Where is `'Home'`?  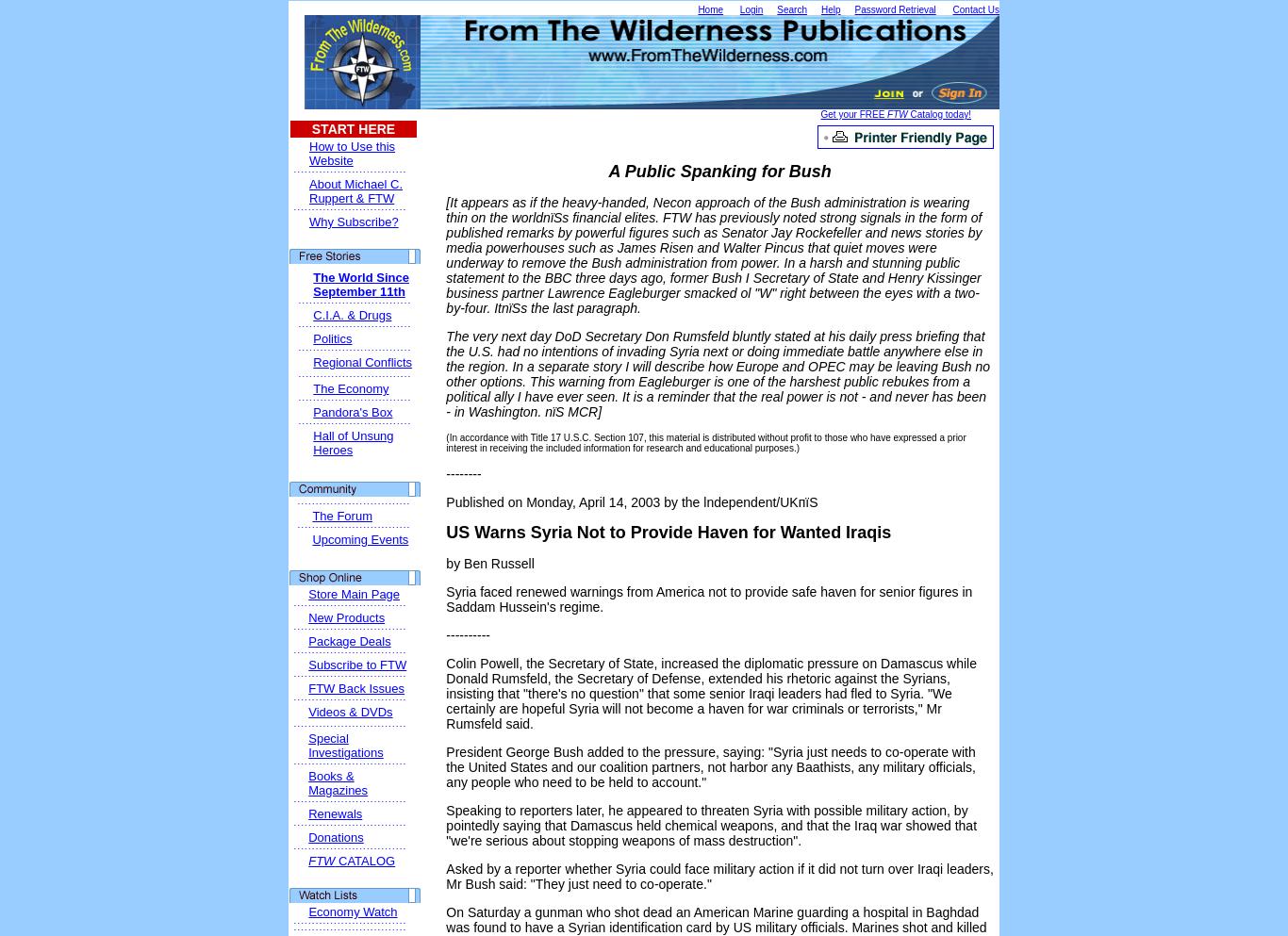
'Home' is located at coordinates (710, 8).